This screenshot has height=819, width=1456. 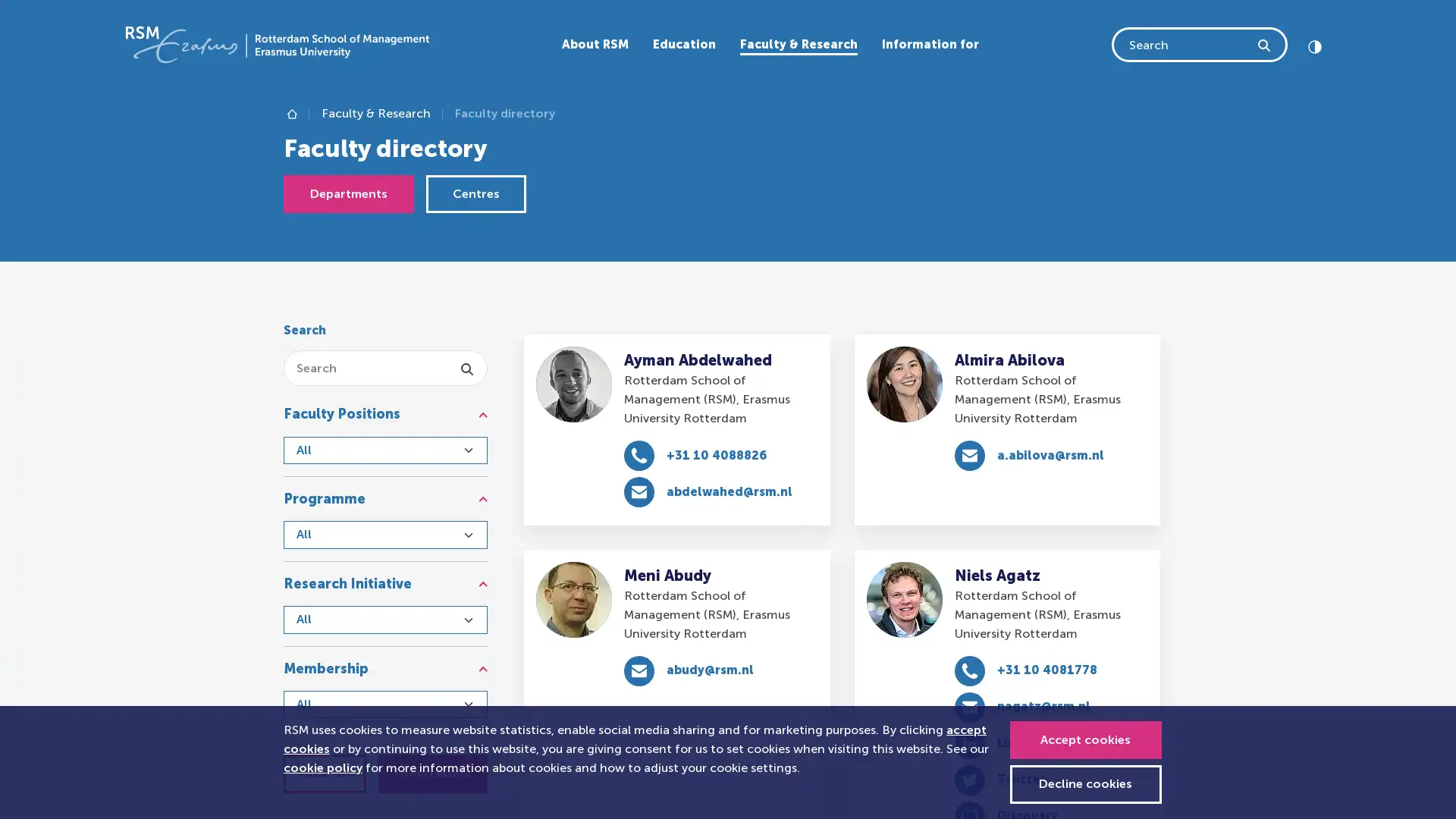 I want to click on Show results, so click(x=431, y=773).